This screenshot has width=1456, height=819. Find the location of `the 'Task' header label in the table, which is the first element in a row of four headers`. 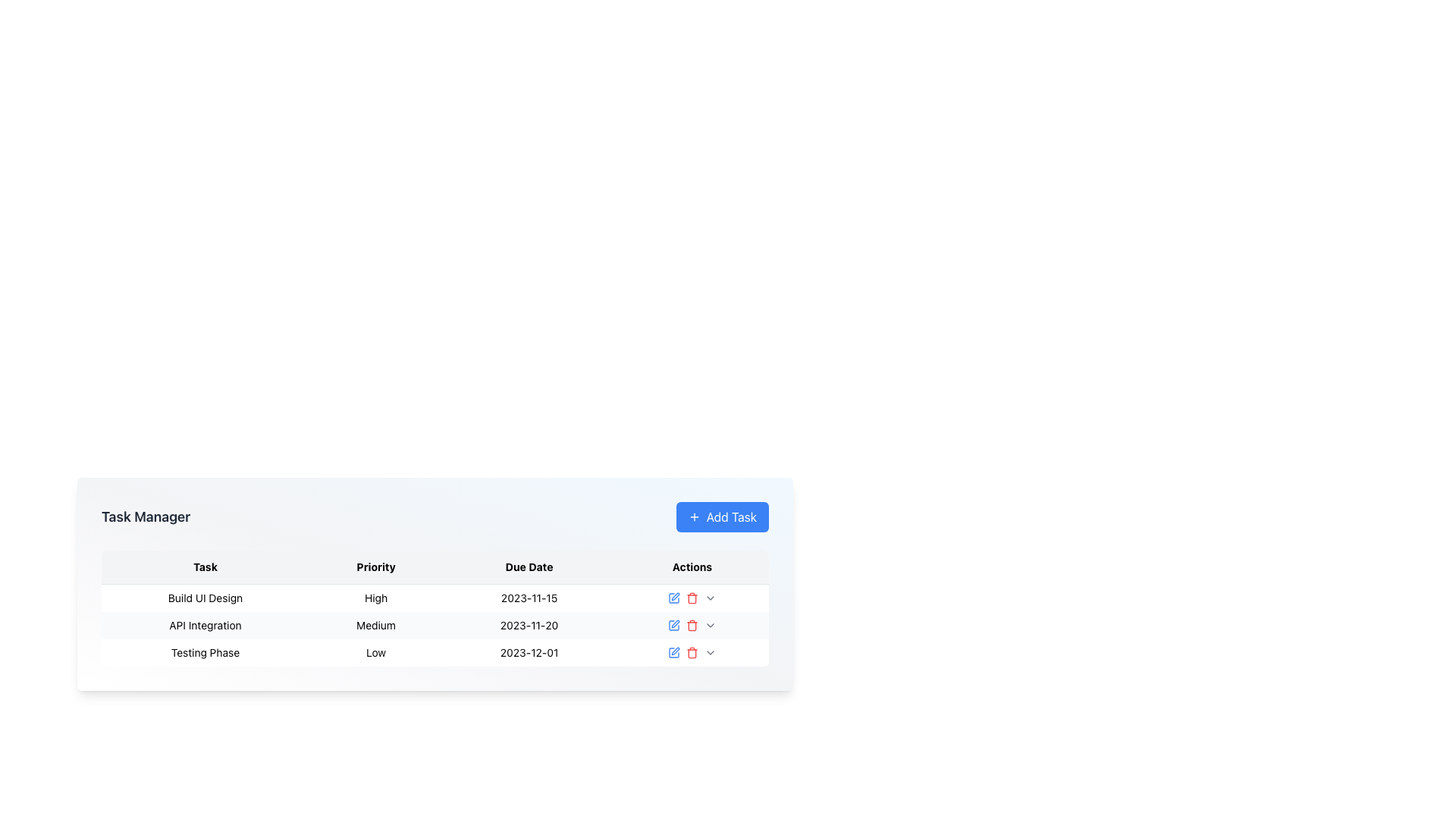

the 'Task' header label in the table, which is the first element in a row of four headers is located at coordinates (205, 567).